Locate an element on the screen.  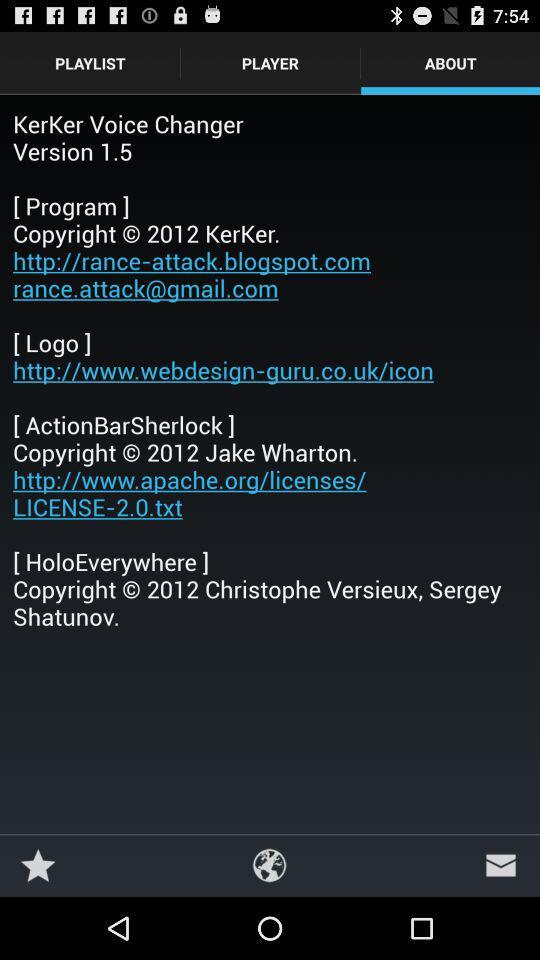
the item at the bottom left corner is located at coordinates (38, 864).